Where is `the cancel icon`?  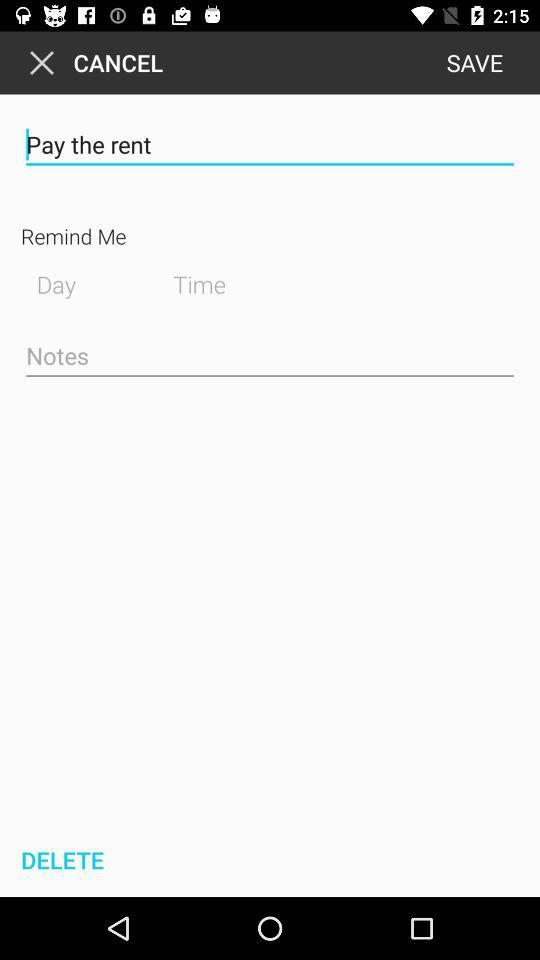
the cancel icon is located at coordinates (91, 62).